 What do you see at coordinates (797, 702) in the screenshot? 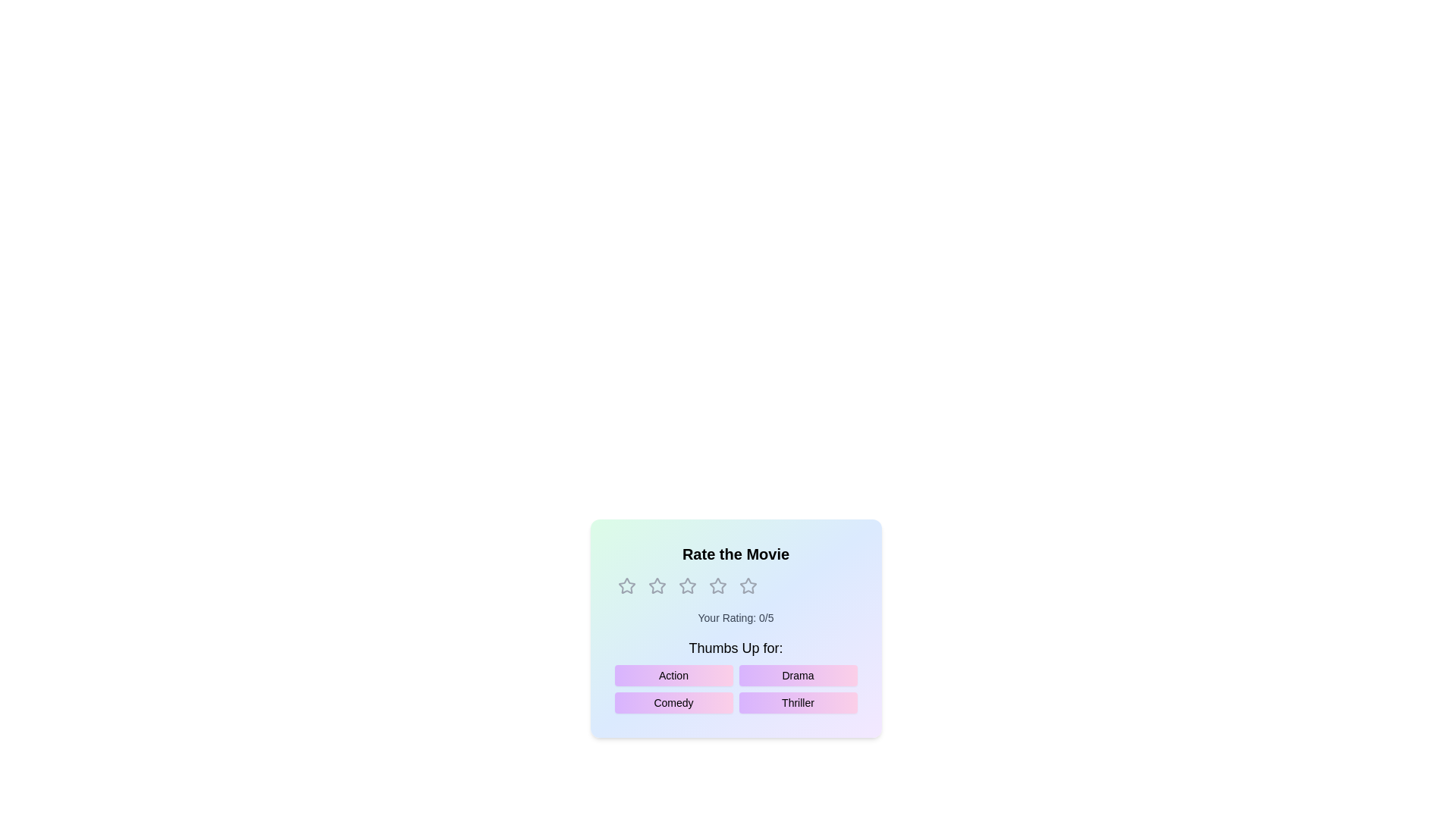
I see `the Thriller button` at bounding box center [797, 702].